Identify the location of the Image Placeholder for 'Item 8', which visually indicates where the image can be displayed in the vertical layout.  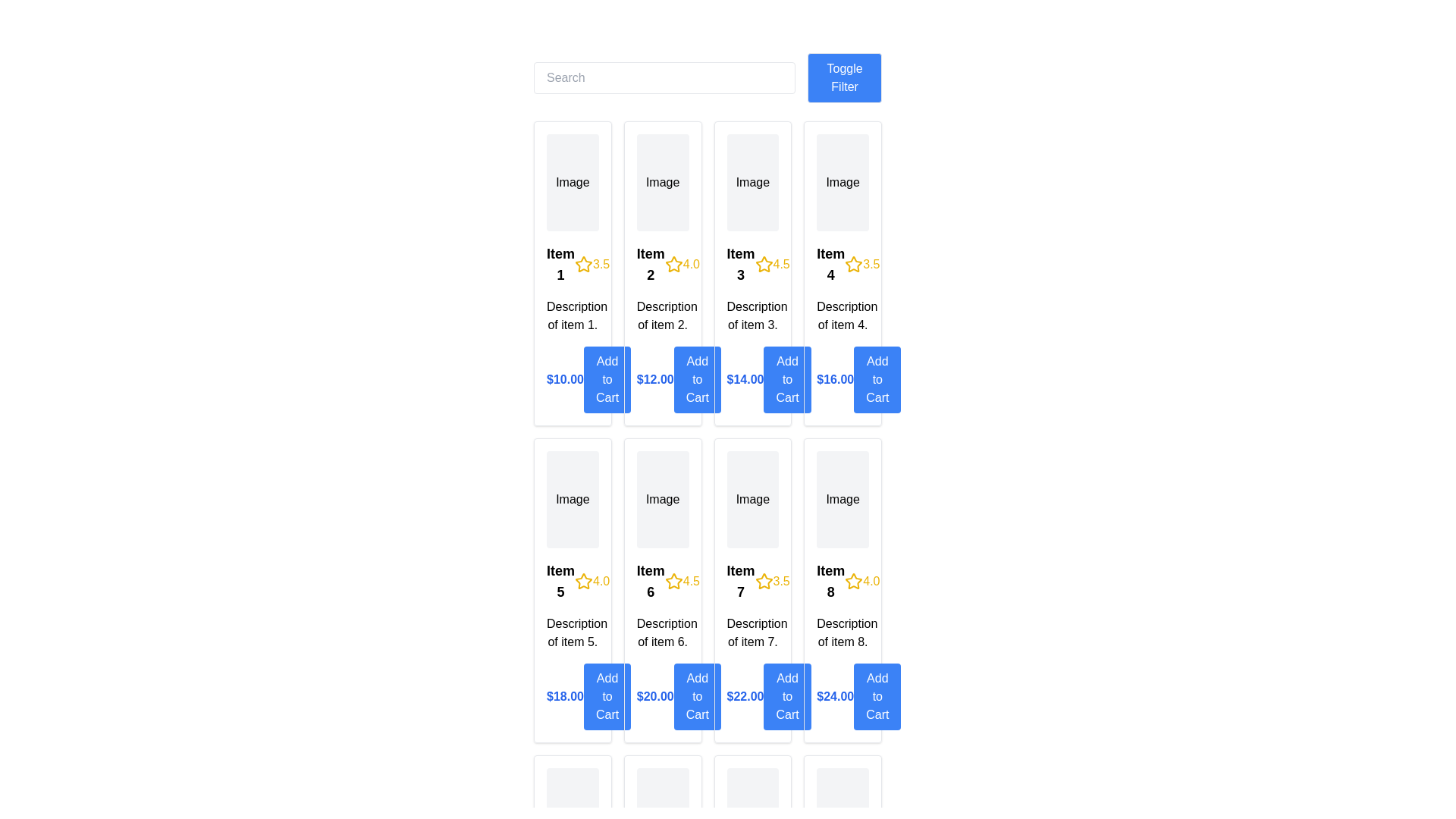
(842, 500).